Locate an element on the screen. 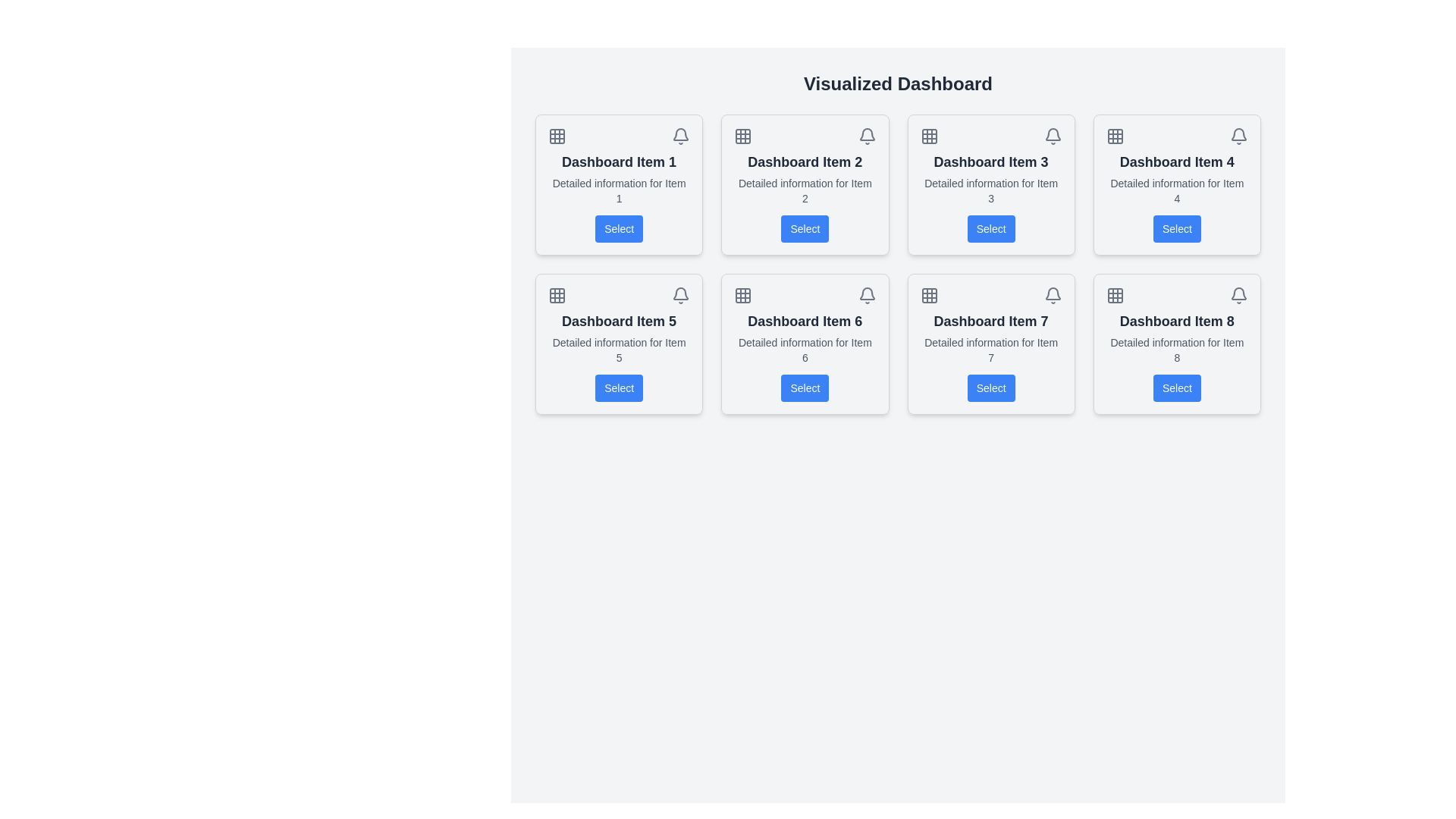 The width and height of the screenshot is (1456, 819). the notification bell icon located in the top-right corner of the card labeled 'Dashboard Item 8' is located at coordinates (1238, 295).